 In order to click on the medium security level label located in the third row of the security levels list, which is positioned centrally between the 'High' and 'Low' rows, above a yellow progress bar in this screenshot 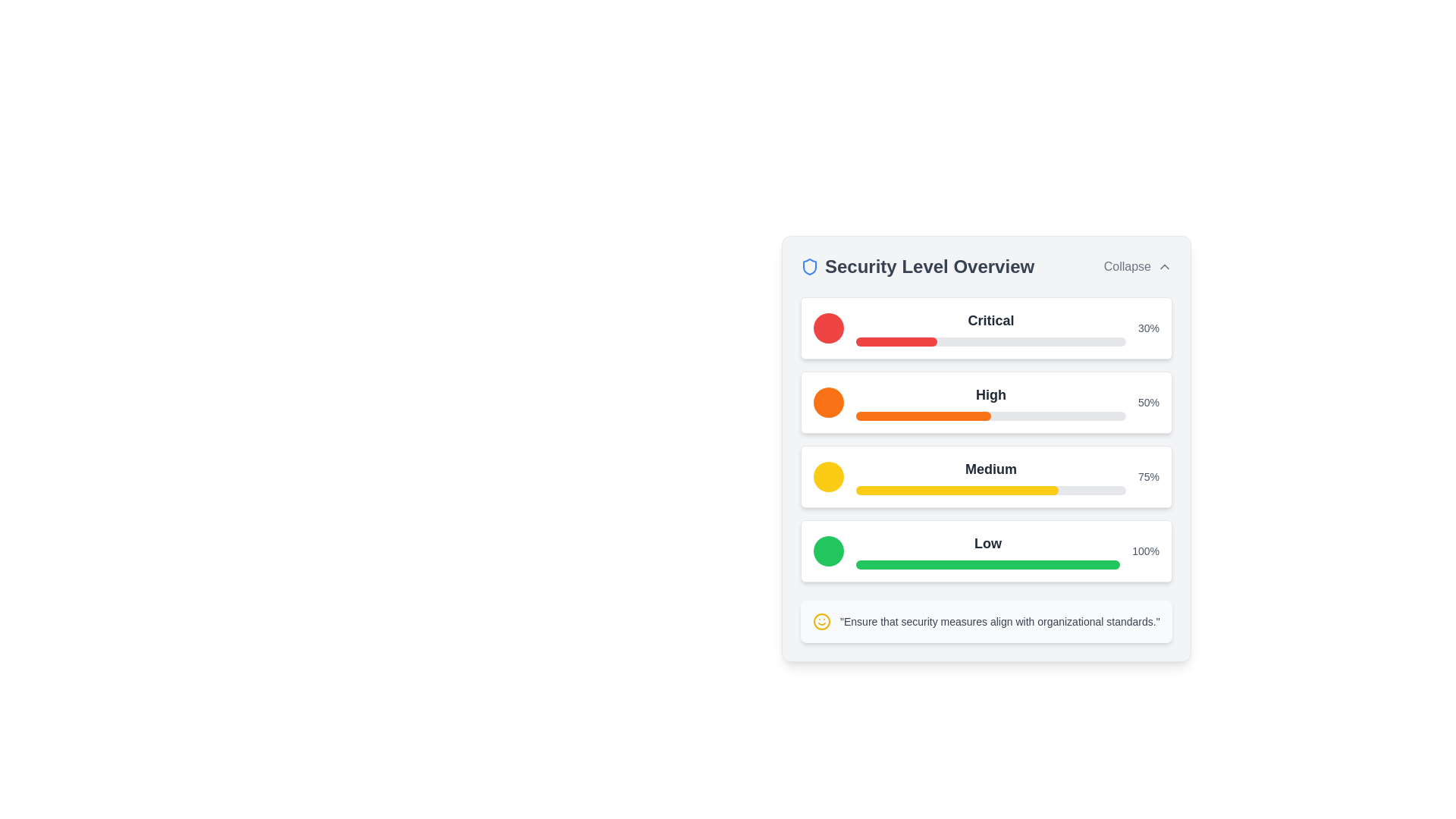, I will do `click(990, 468)`.